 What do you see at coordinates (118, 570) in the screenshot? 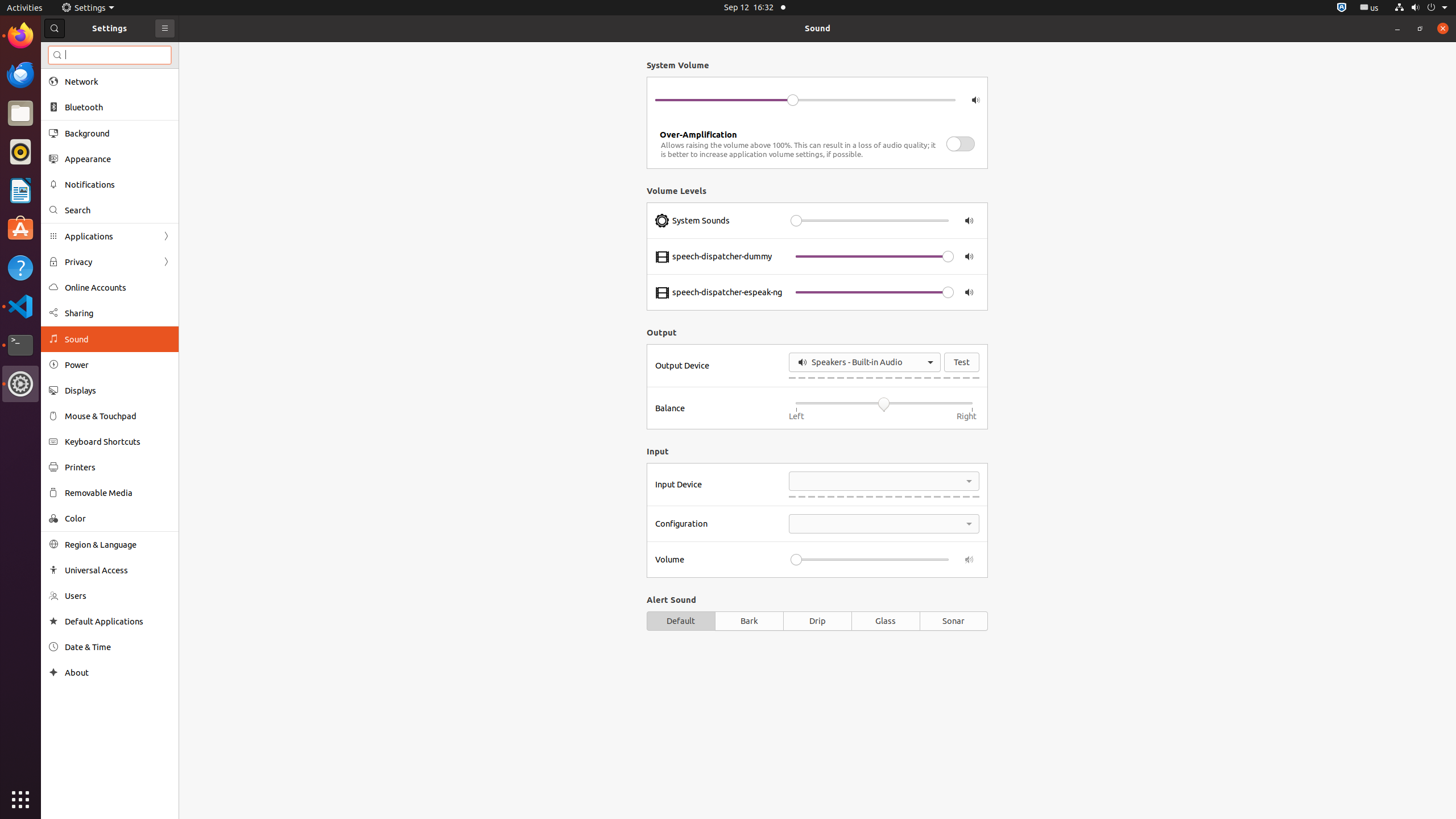
I see `'Universal Access'` at bounding box center [118, 570].